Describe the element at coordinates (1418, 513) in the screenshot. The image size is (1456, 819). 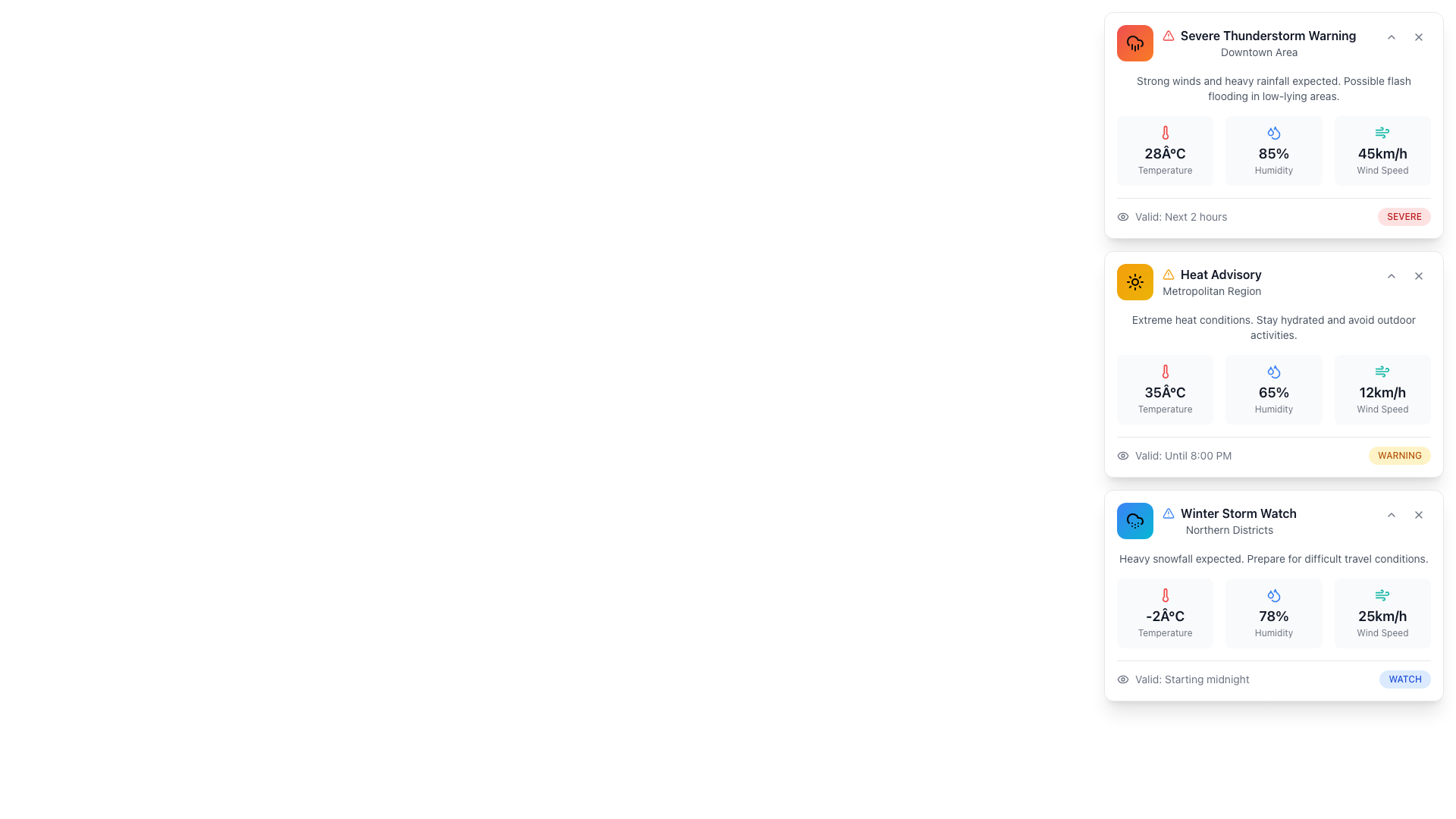
I see `the close button located in the top-right corner of the 'Winter Storm Watch' card, which is the second button from the right in the header grouping of interactive elements` at that location.